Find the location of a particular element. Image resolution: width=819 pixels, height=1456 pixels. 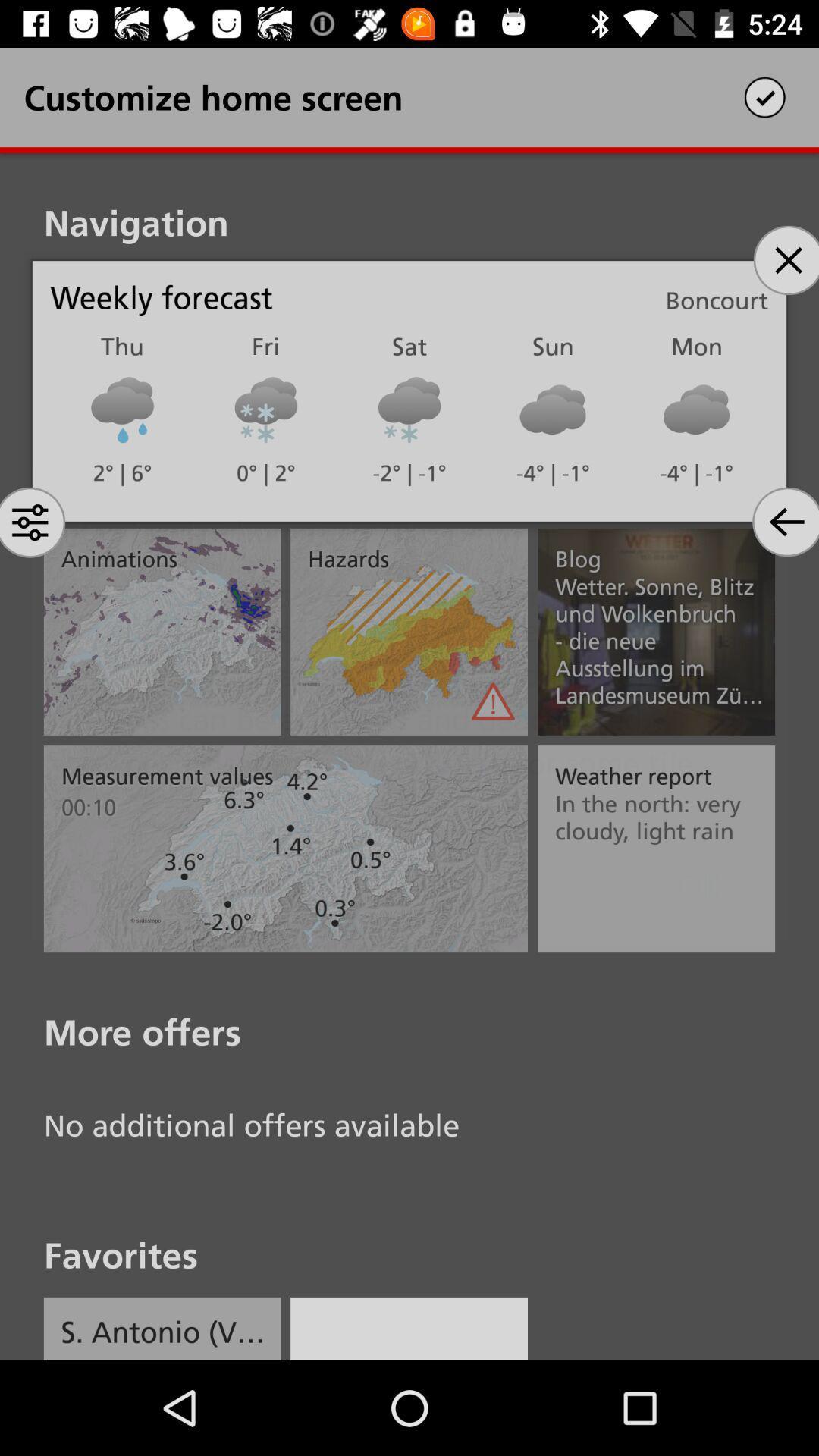

the close icon is located at coordinates (785, 260).